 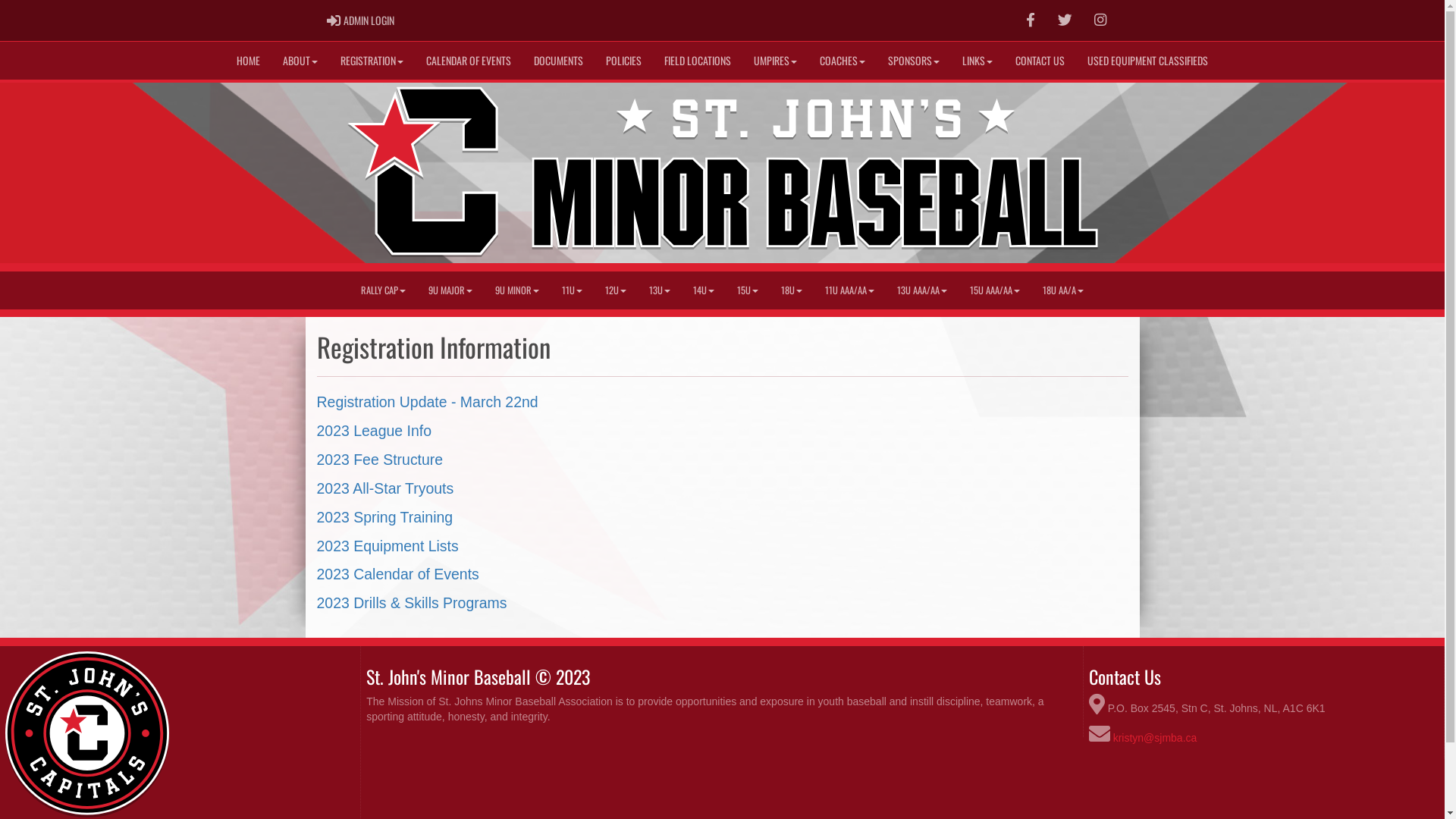 I want to click on 'HOME', so click(x=224, y=60).